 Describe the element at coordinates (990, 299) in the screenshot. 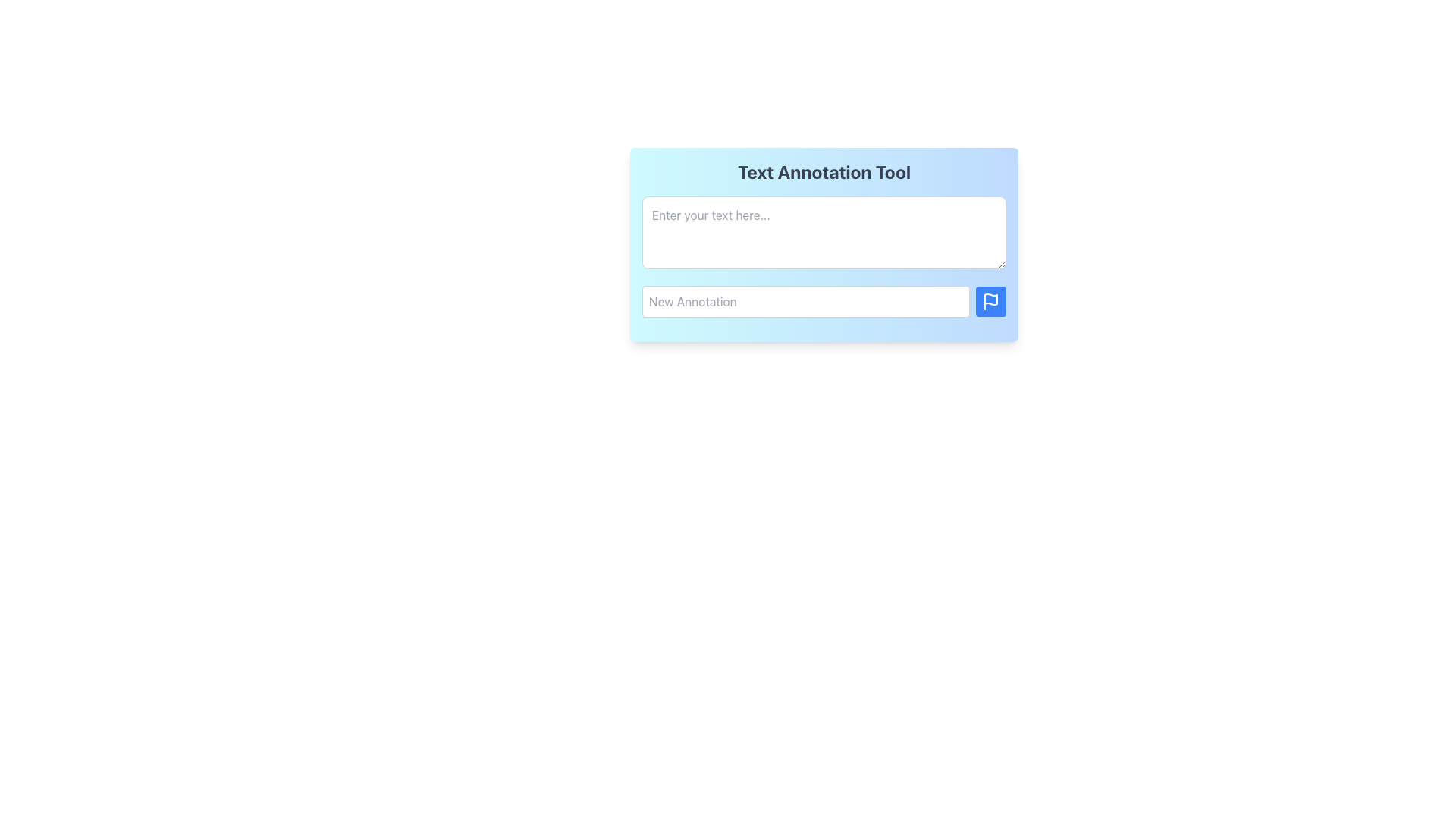

I see `the flag icon located within the blue button at the far-right of the 'New Annotation' text input field` at that location.